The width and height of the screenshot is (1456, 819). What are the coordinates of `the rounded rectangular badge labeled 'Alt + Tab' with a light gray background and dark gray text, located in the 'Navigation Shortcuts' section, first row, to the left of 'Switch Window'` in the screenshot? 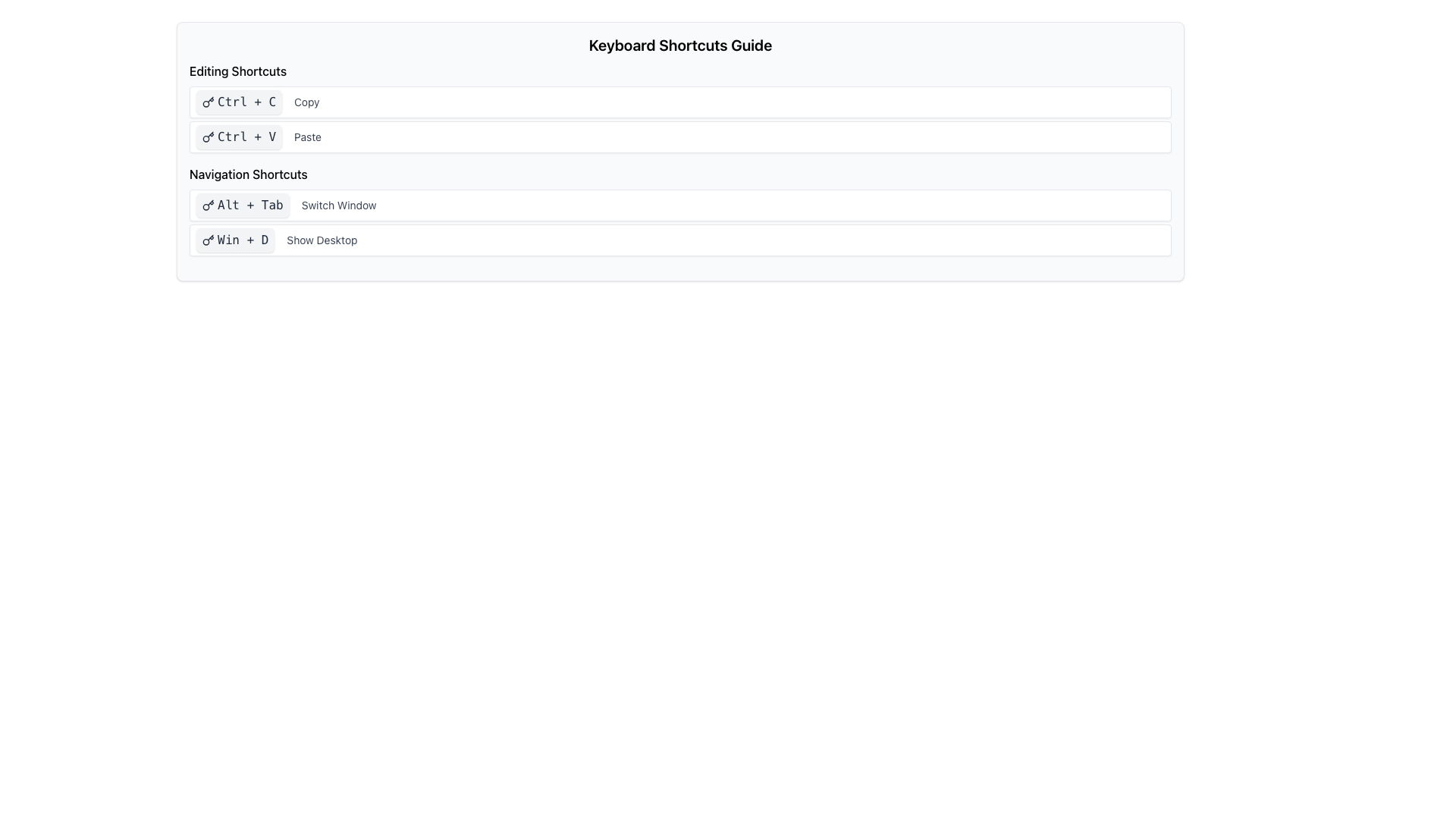 It's located at (243, 205).